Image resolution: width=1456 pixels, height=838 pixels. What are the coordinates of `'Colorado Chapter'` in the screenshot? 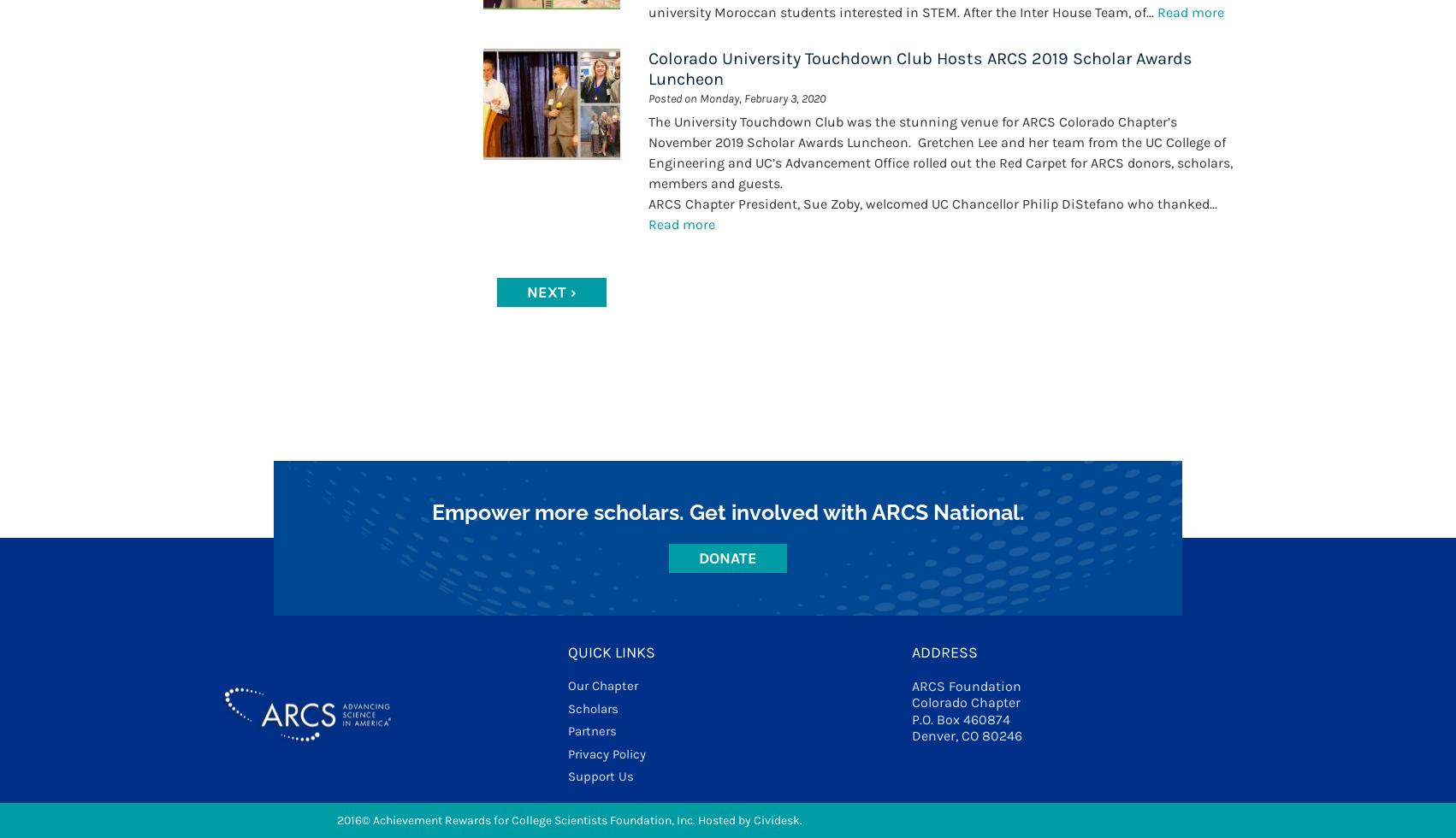 It's located at (965, 702).